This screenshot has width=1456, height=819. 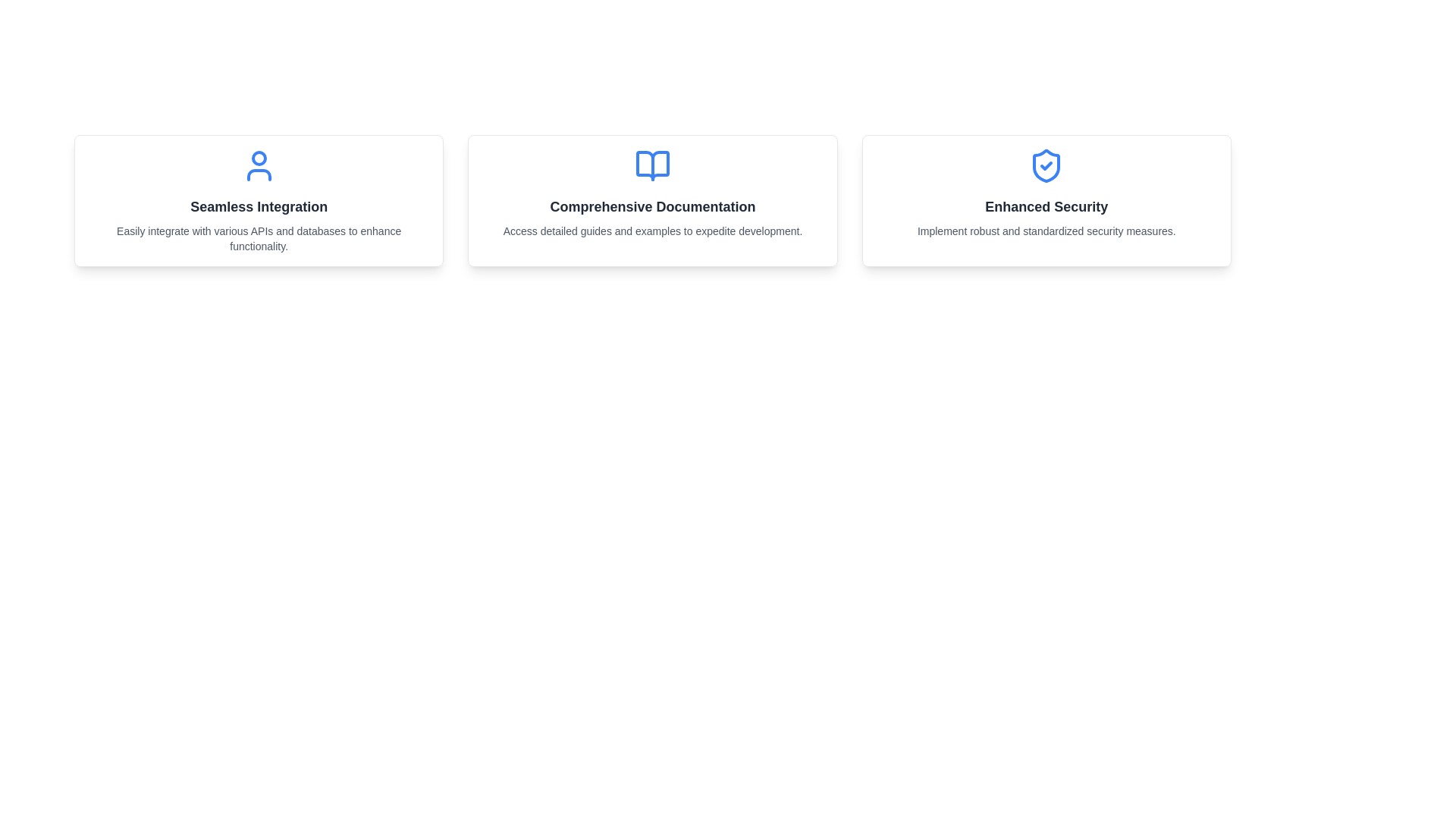 I want to click on the blue open book icon located above the 'Comprehensive Documentation' text in the central feature card, so click(x=652, y=166).